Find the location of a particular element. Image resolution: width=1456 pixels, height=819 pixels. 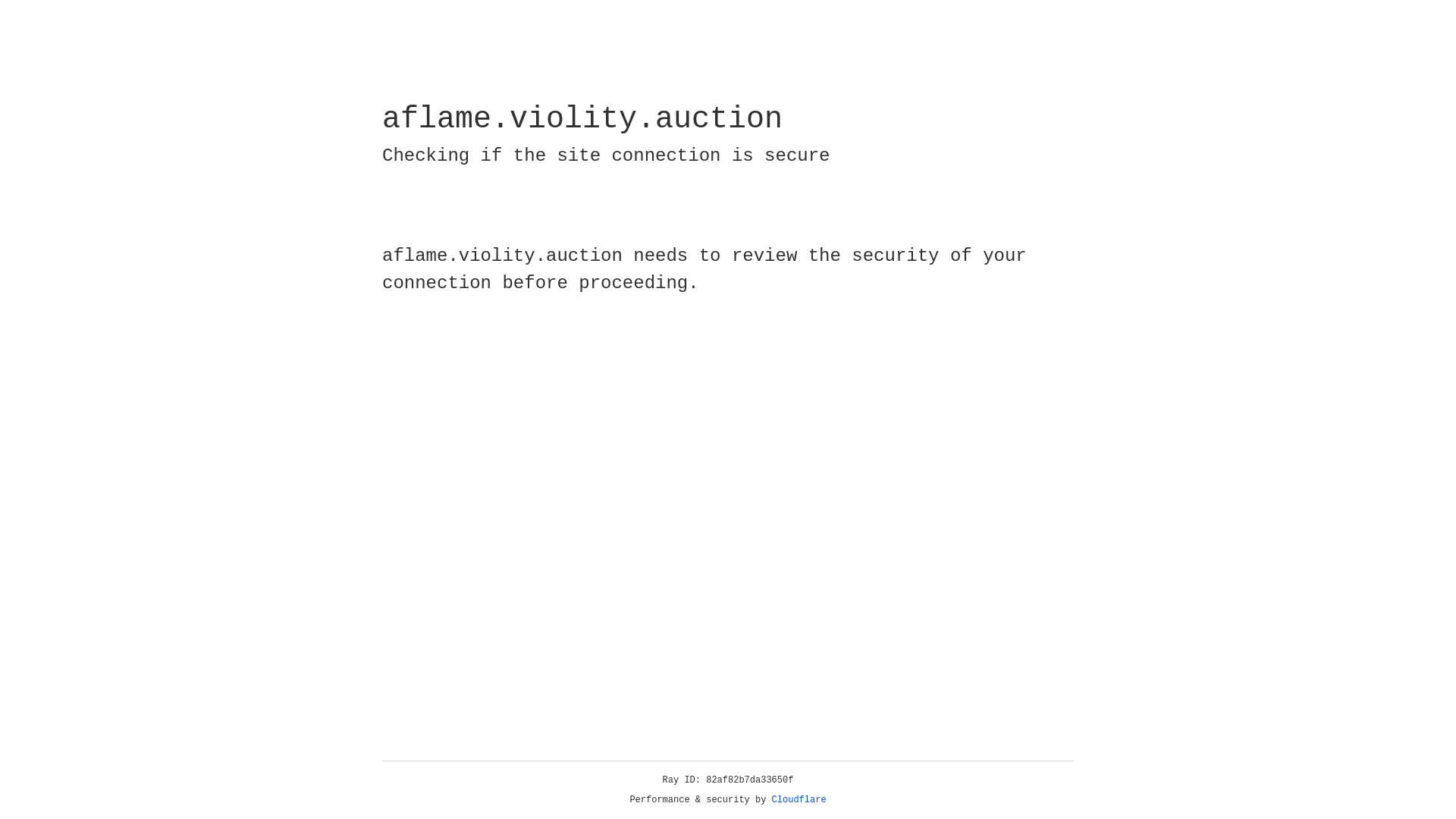

'Cloudflare' is located at coordinates (799, 799).